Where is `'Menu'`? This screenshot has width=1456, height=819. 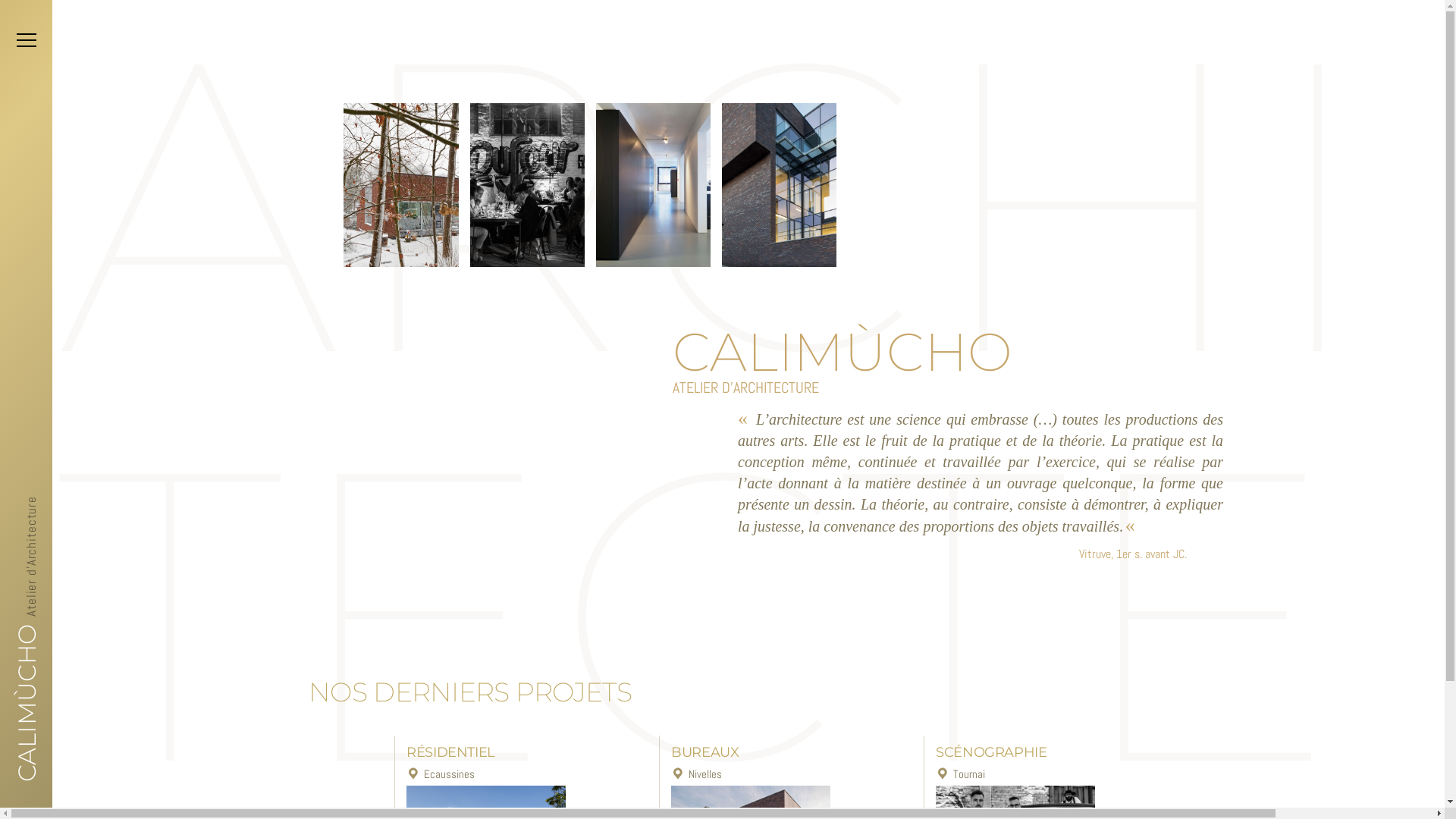
'Menu' is located at coordinates (9, 39).